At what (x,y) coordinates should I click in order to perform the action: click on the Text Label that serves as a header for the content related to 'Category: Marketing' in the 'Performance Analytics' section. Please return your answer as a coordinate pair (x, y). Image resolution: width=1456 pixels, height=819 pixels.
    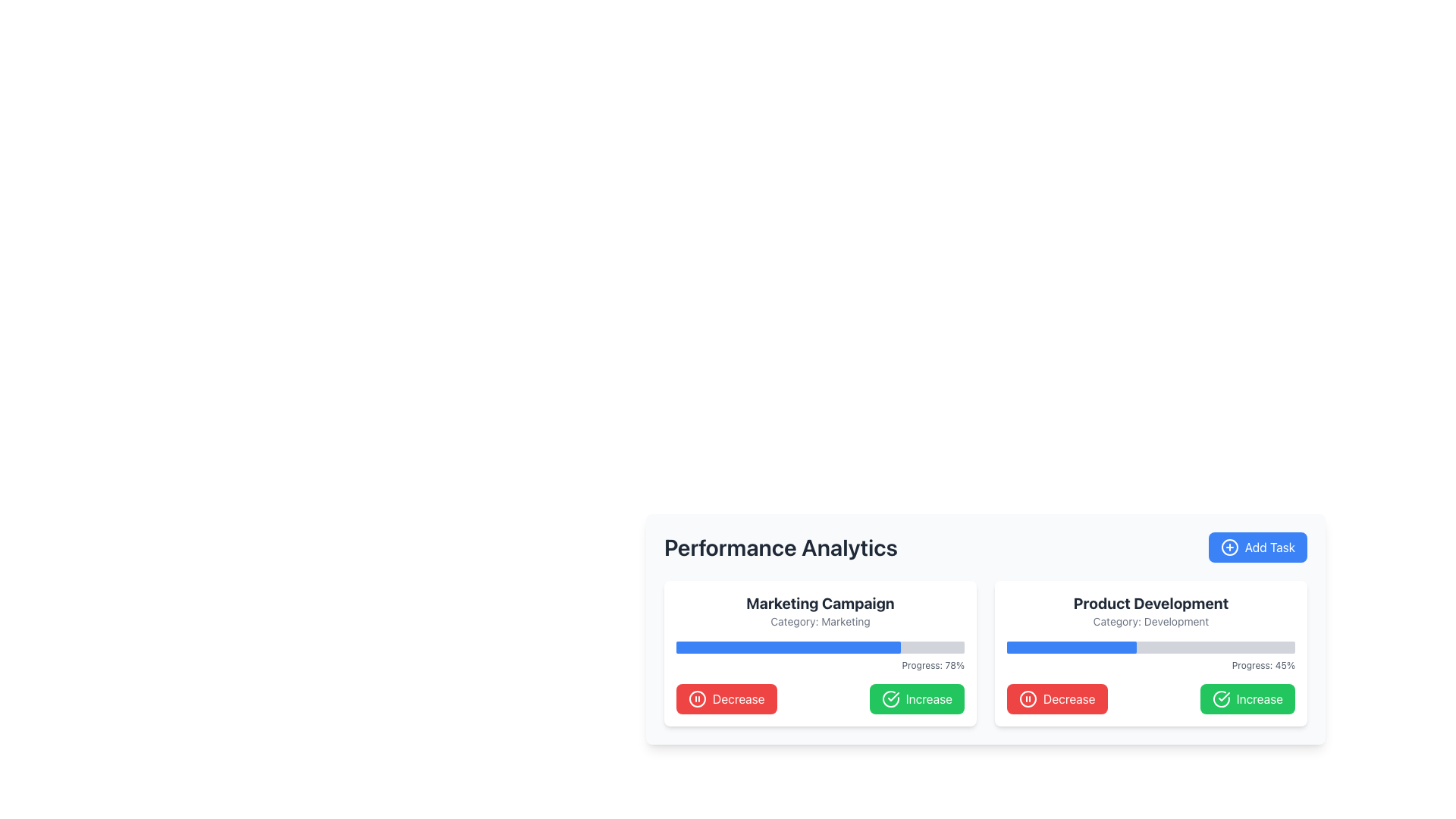
    Looking at the image, I should click on (819, 602).